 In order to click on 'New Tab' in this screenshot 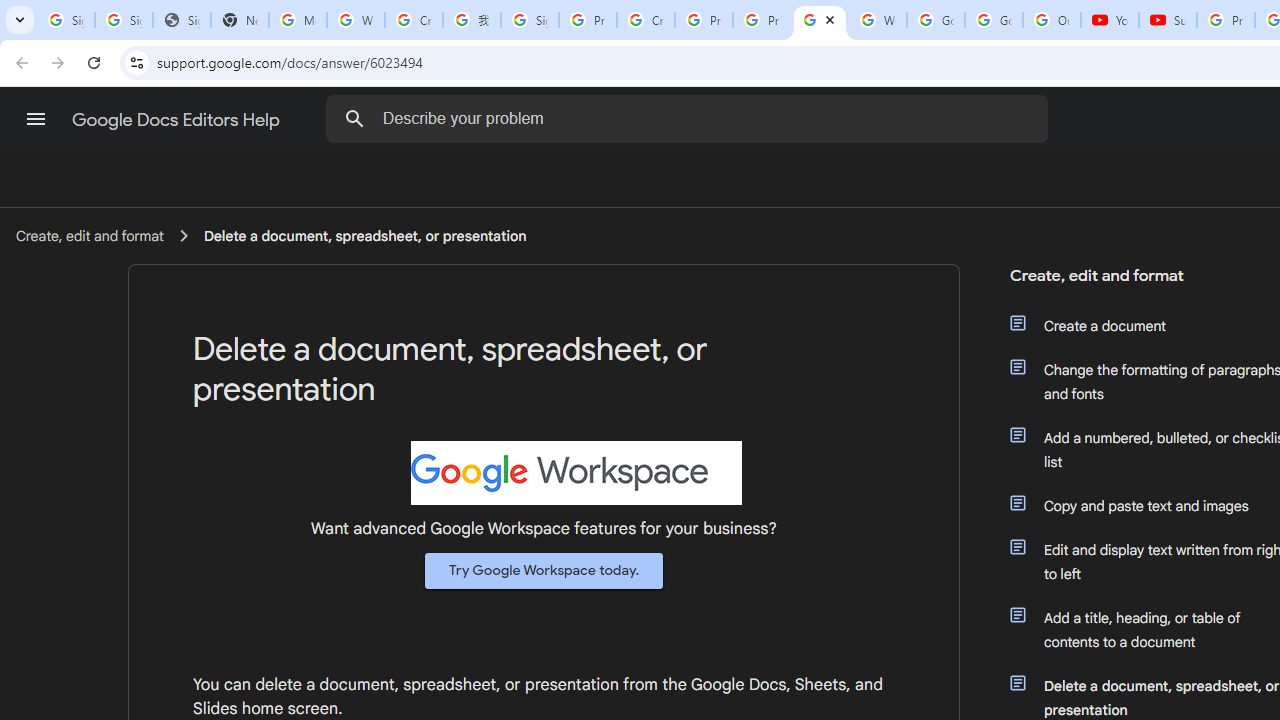, I will do `click(240, 20)`.